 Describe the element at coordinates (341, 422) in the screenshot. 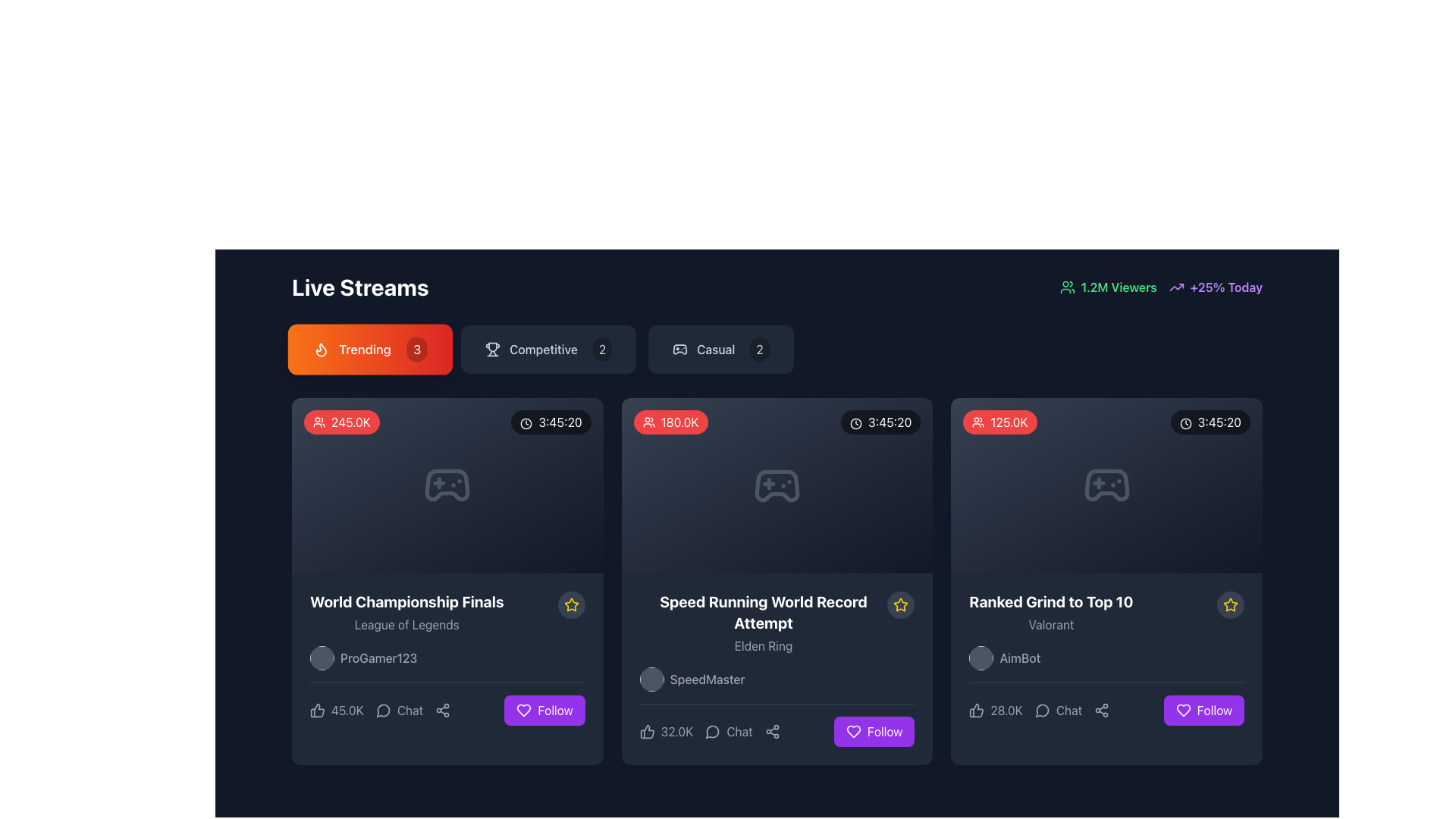

I see `the viewer count indicator label located in the 'Trending' section, positioned at the top-left corner of a card-like layout` at that location.